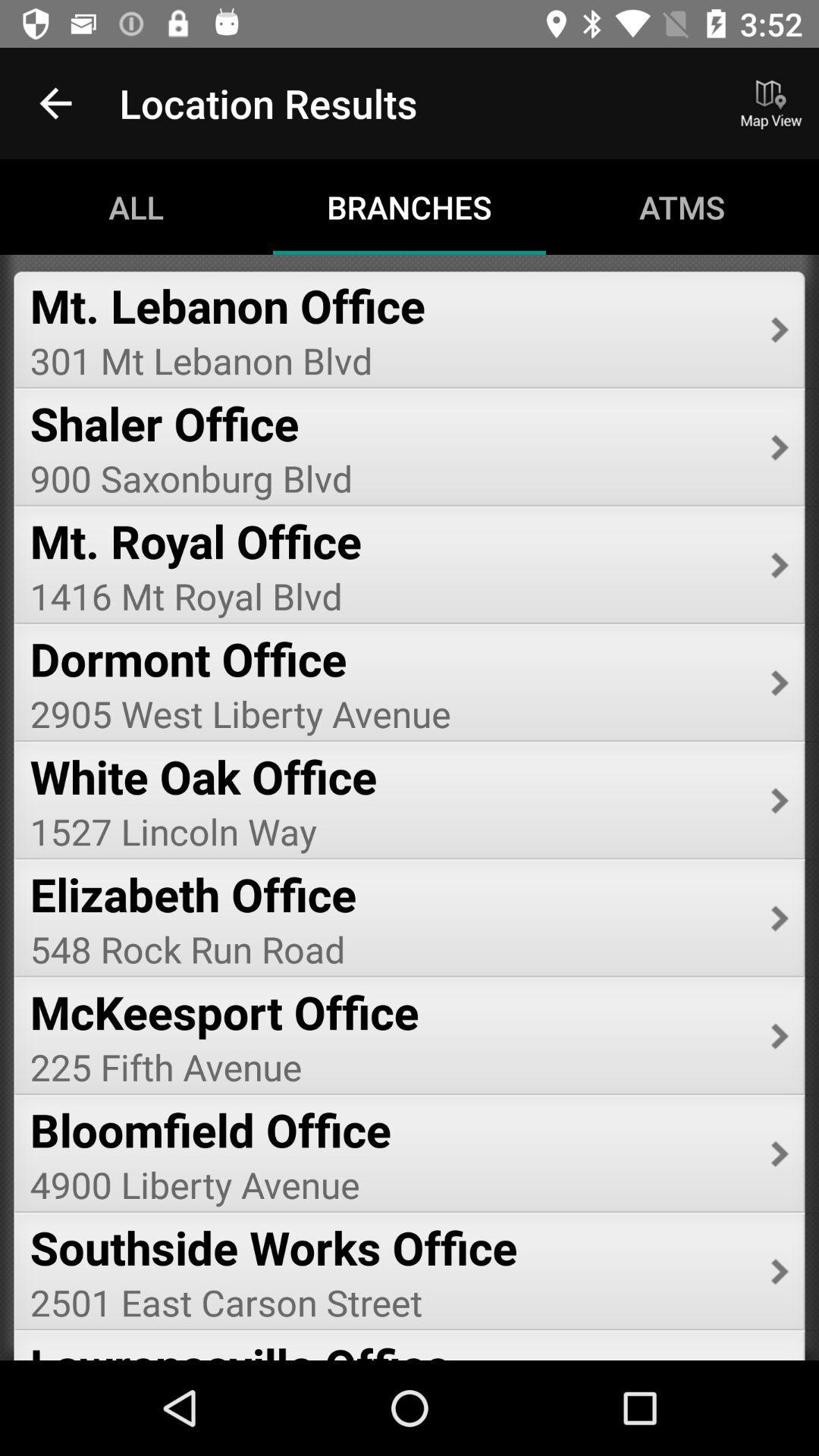  Describe the element at coordinates (389, 948) in the screenshot. I see `item below the elizabeth office` at that location.